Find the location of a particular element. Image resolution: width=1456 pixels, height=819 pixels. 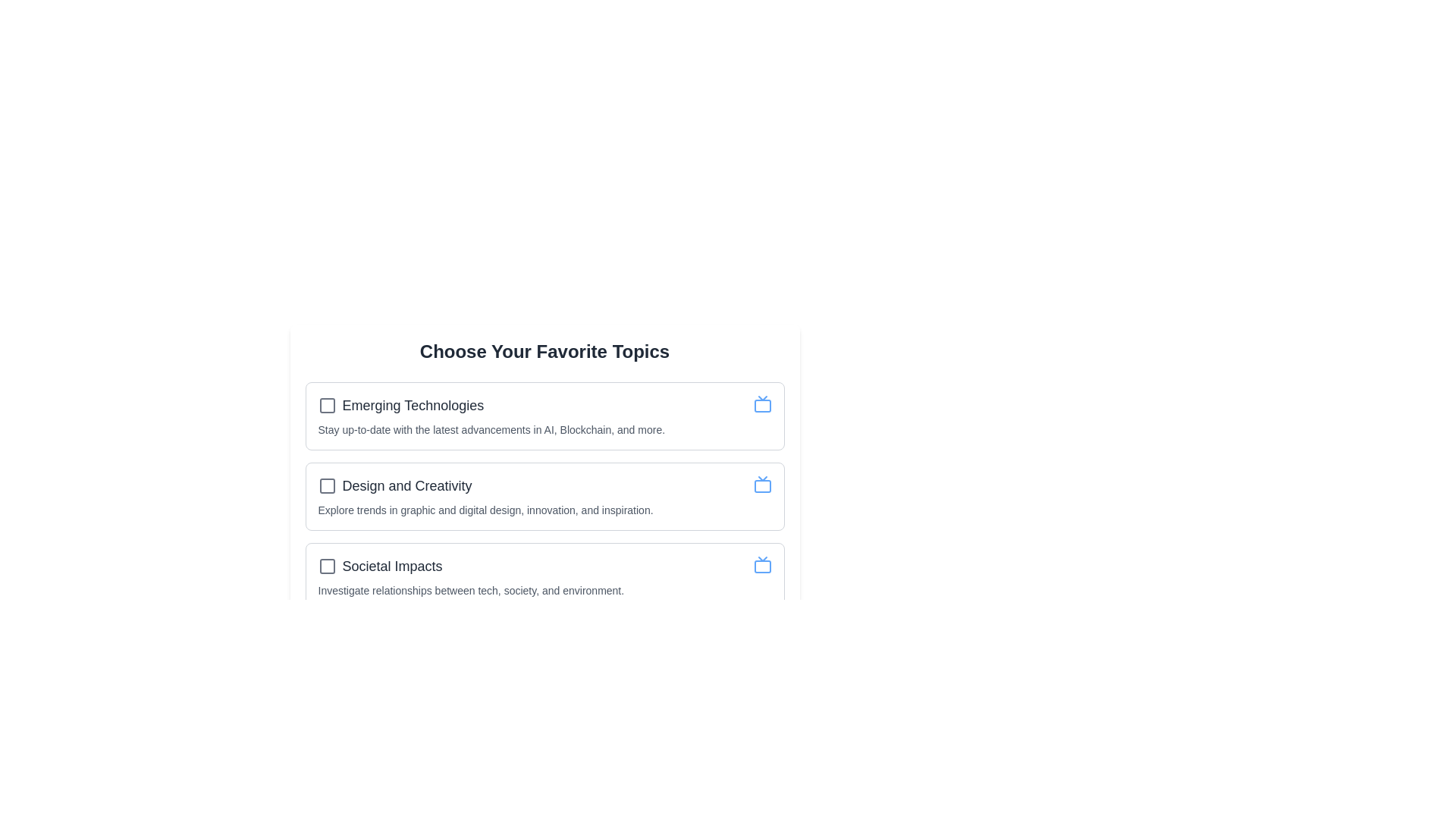

the text label displaying 'Emerging Technologies' is located at coordinates (413, 405).